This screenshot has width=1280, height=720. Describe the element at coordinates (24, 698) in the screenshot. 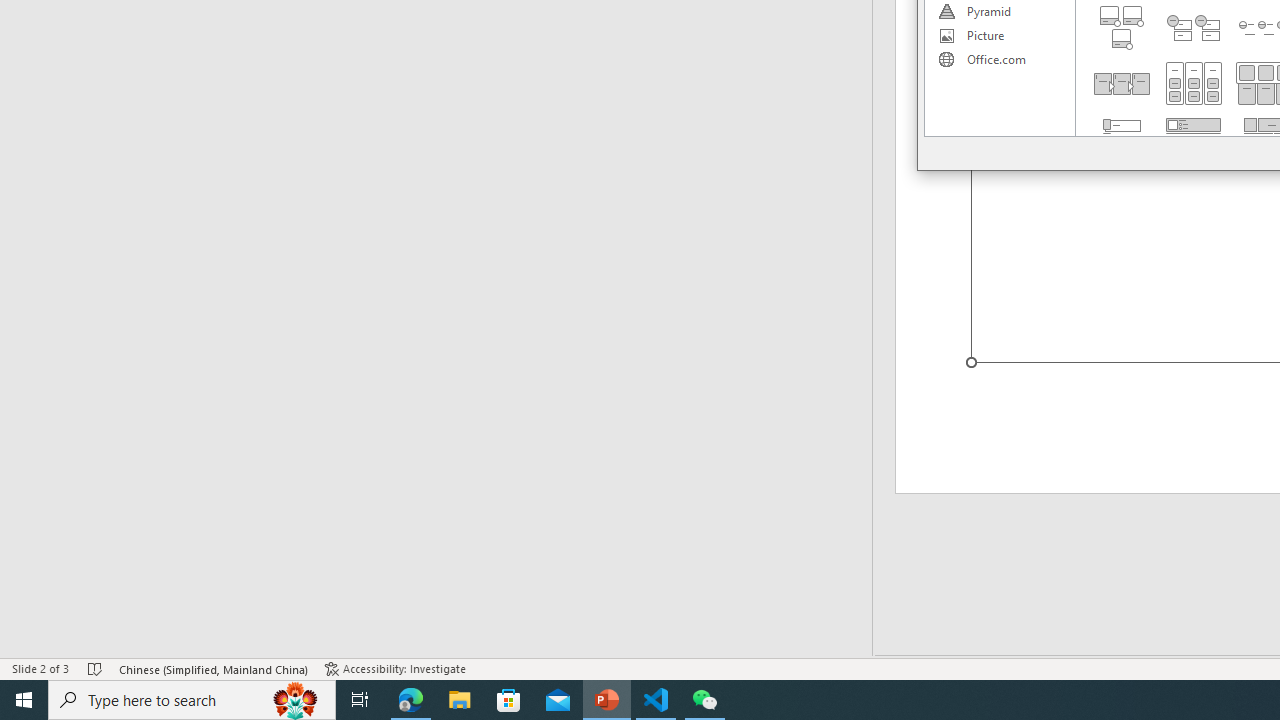

I see `'Start'` at that location.